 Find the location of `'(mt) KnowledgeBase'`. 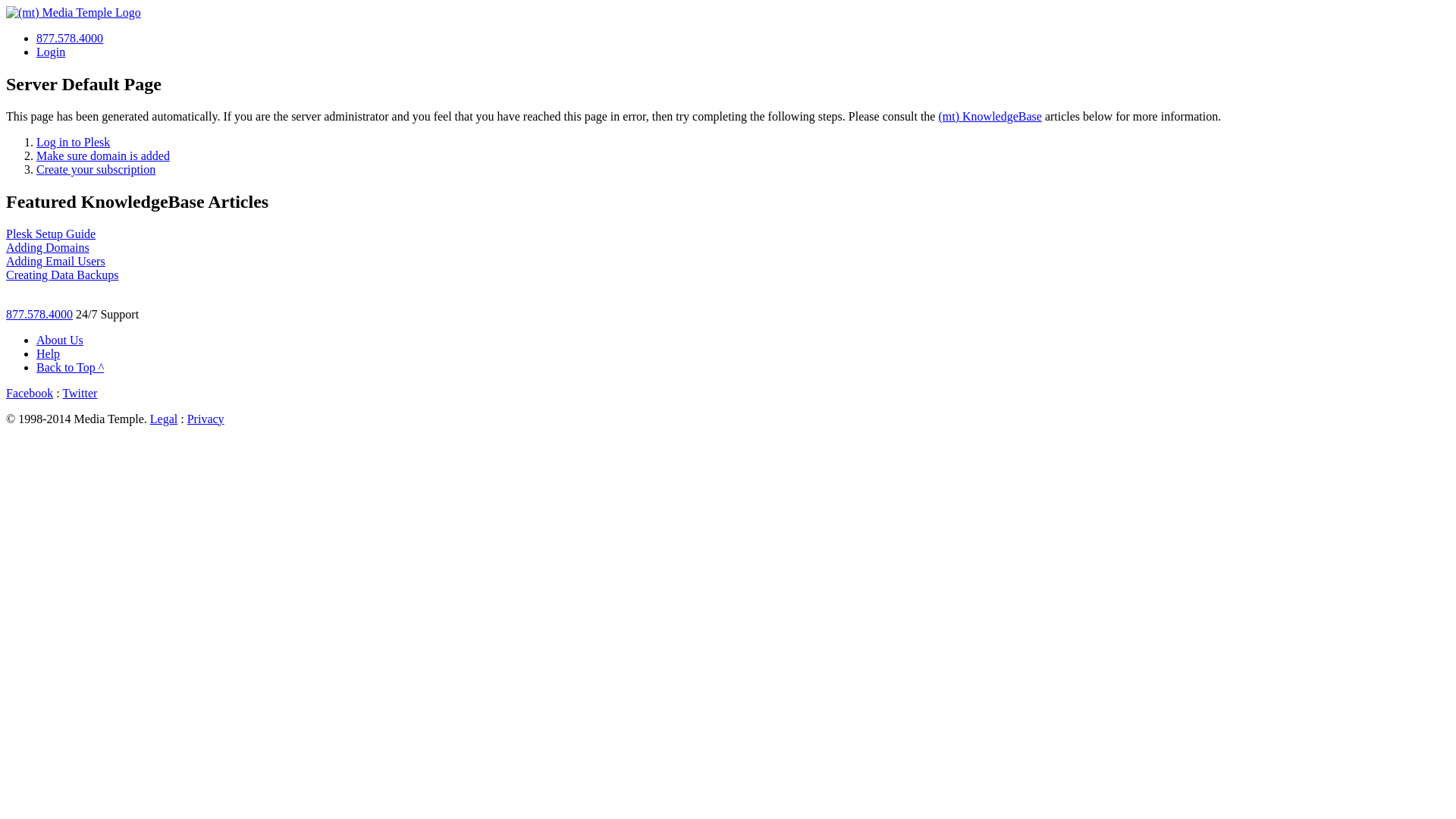

'(mt) KnowledgeBase' is located at coordinates (937, 115).